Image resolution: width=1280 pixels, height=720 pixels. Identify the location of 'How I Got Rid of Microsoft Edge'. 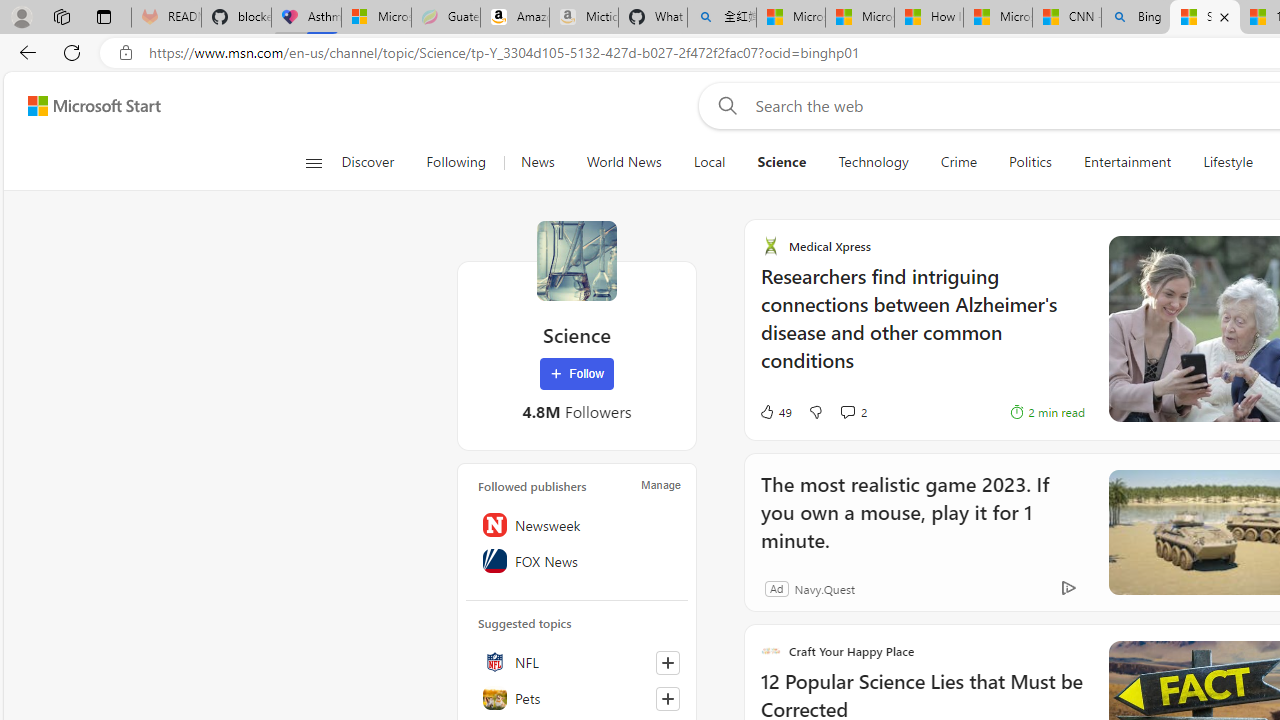
(927, 17).